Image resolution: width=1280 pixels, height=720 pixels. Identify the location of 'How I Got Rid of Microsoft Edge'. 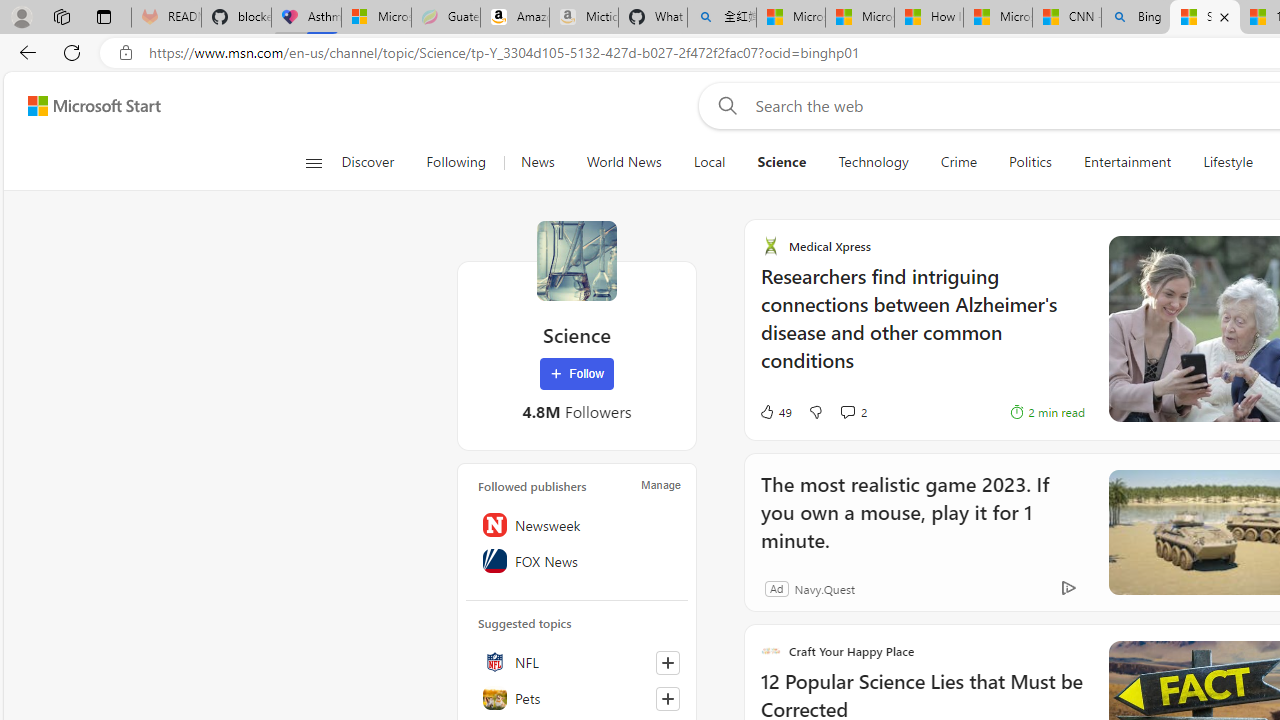
(927, 17).